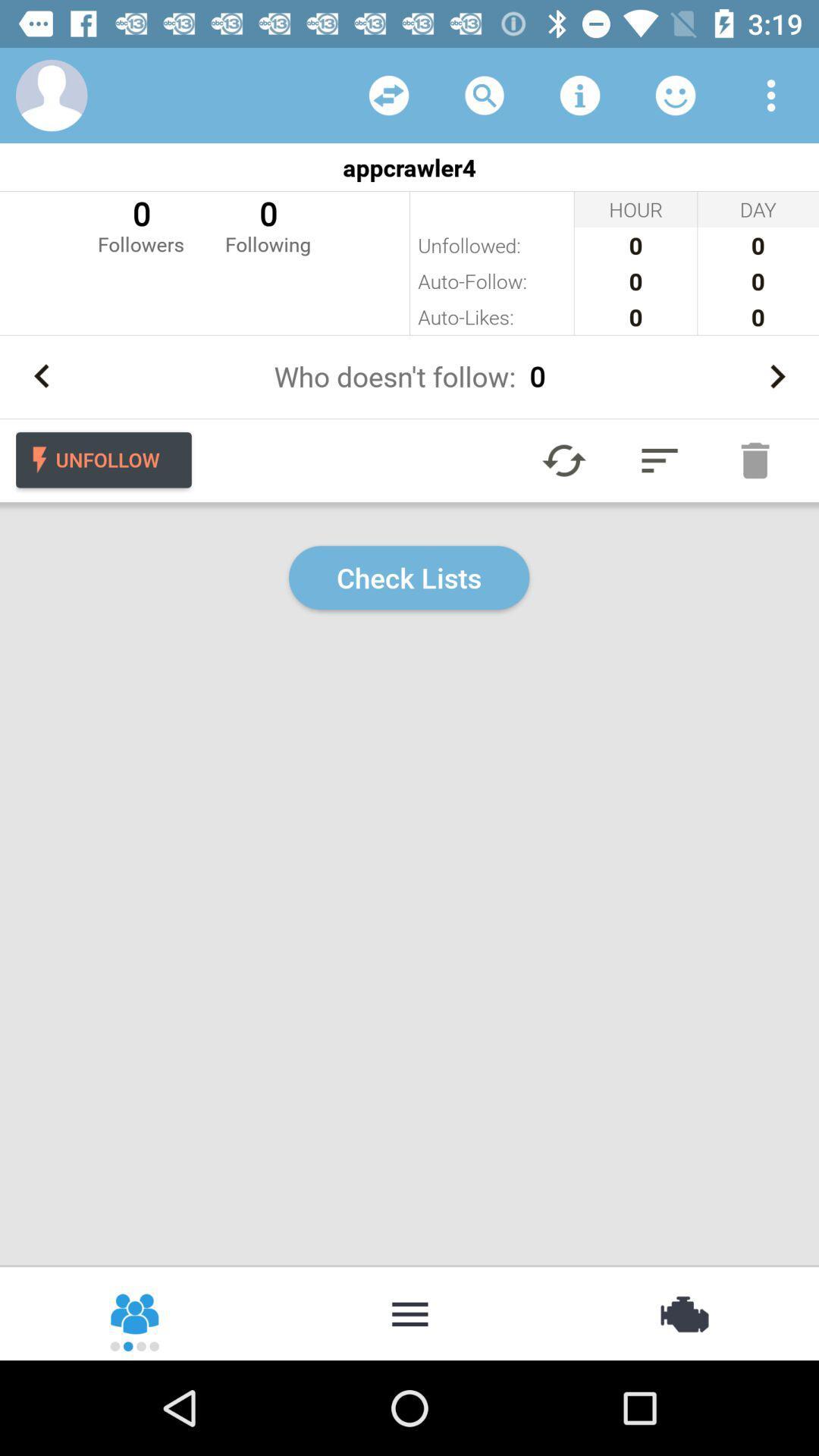  I want to click on unfollow icon, so click(102, 459).